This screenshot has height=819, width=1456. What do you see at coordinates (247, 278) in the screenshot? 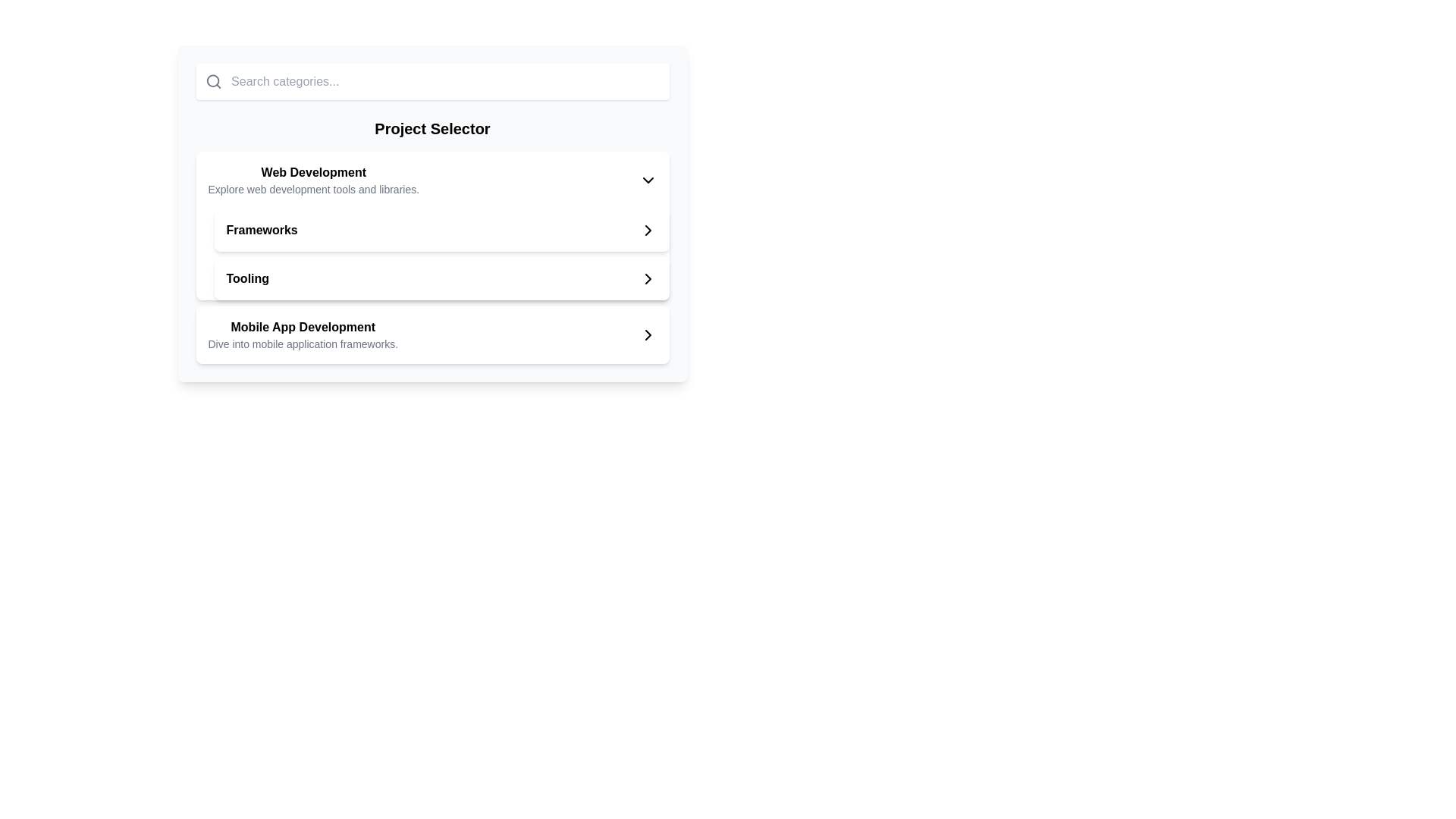
I see `the 'Tooling' text label, which is the second option under the 'Web Development' category` at bounding box center [247, 278].